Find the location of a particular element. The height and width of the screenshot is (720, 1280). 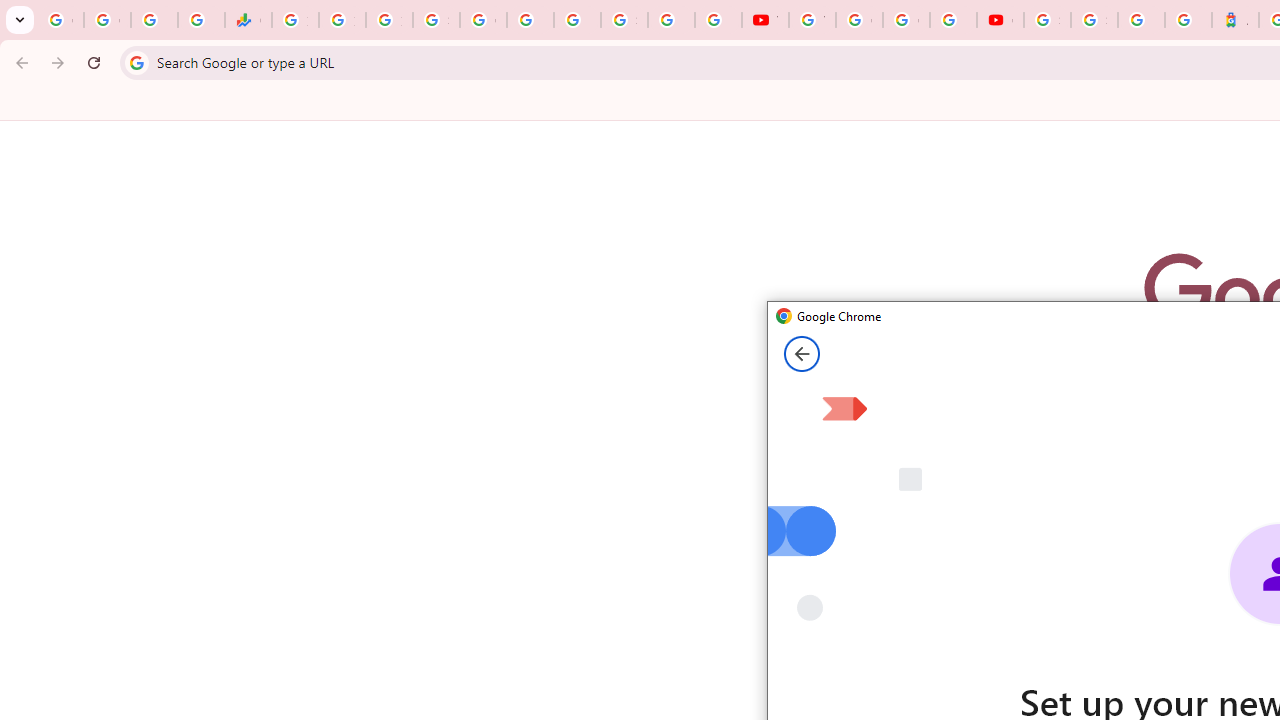

'Google Account Help' is located at coordinates (859, 20).